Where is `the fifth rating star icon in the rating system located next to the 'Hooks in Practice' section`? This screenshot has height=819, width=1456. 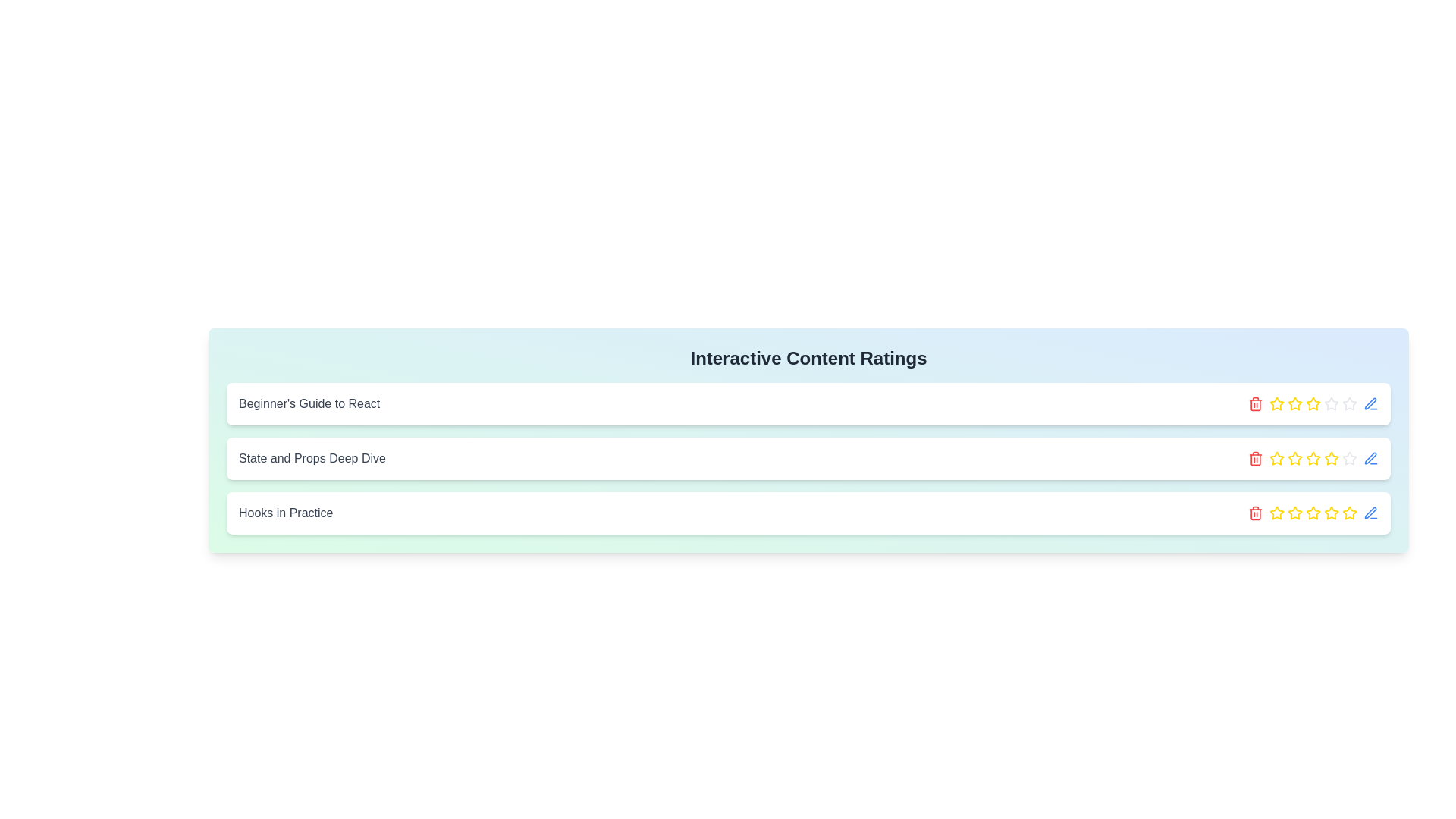
the fifth rating star icon in the rating system located next to the 'Hooks in Practice' section is located at coordinates (1331, 513).